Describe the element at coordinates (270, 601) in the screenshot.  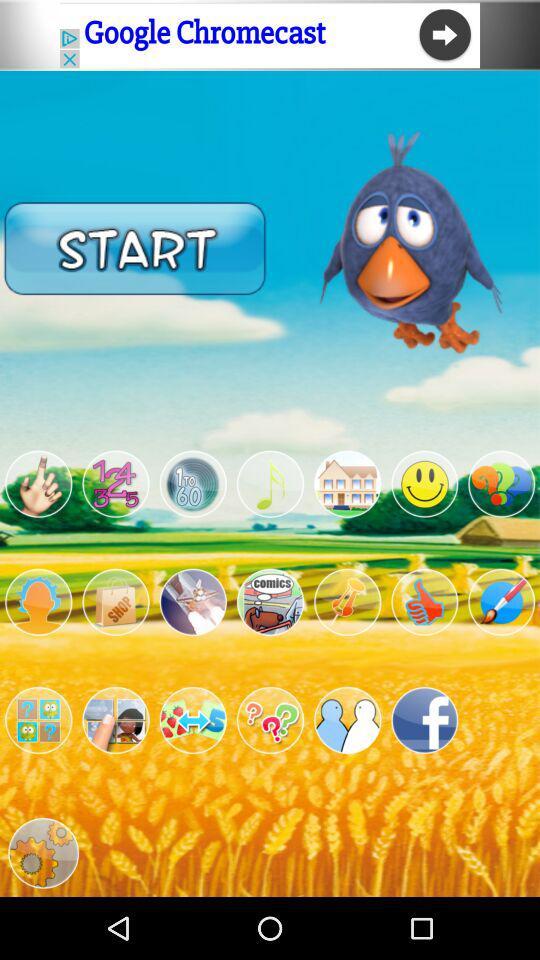
I see `app` at that location.